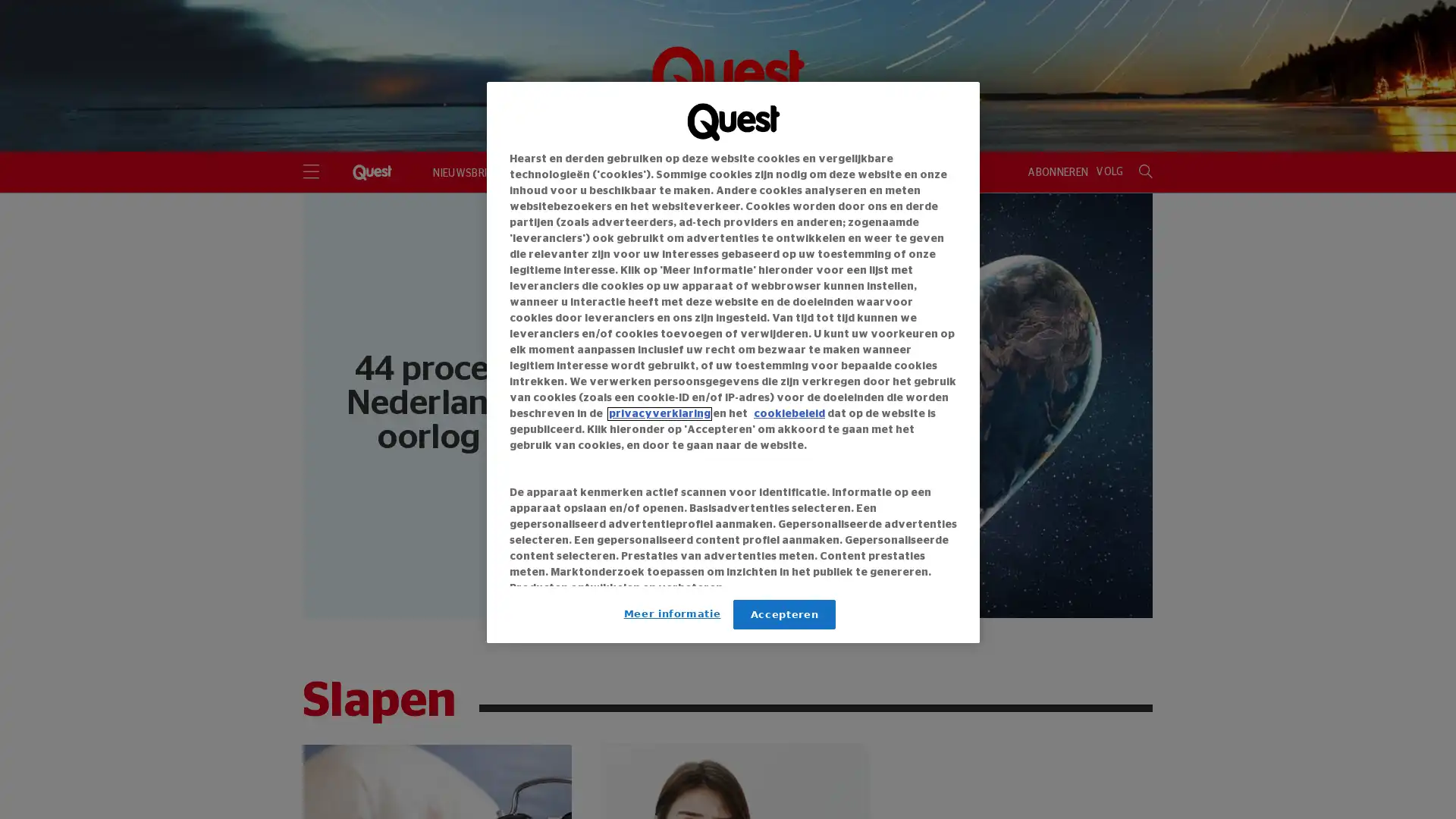  What do you see at coordinates (784, 614) in the screenshot?
I see `Accepteren` at bounding box center [784, 614].